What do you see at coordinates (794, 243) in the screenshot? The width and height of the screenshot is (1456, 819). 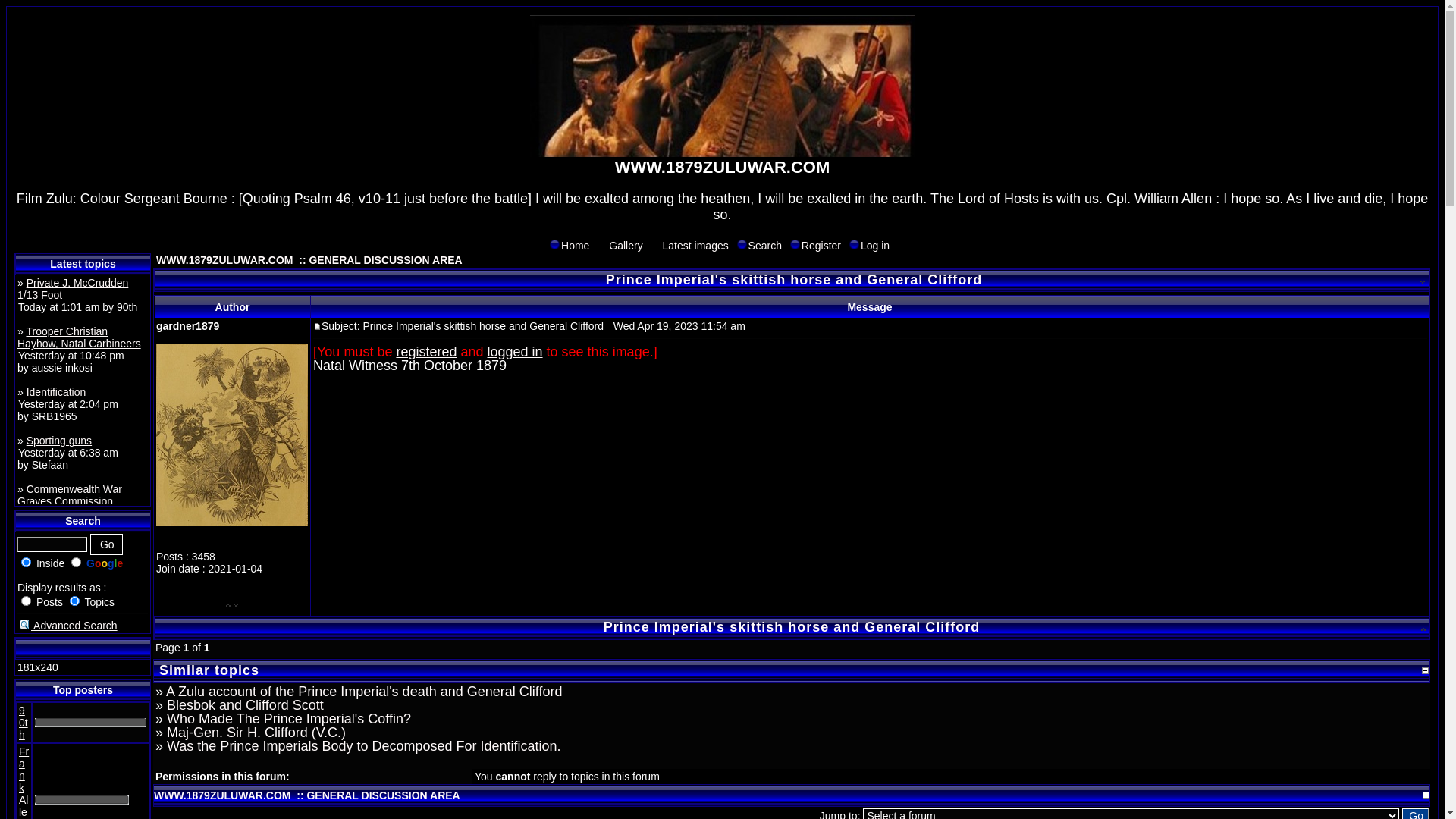 I see `'Register'` at bounding box center [794, 243].